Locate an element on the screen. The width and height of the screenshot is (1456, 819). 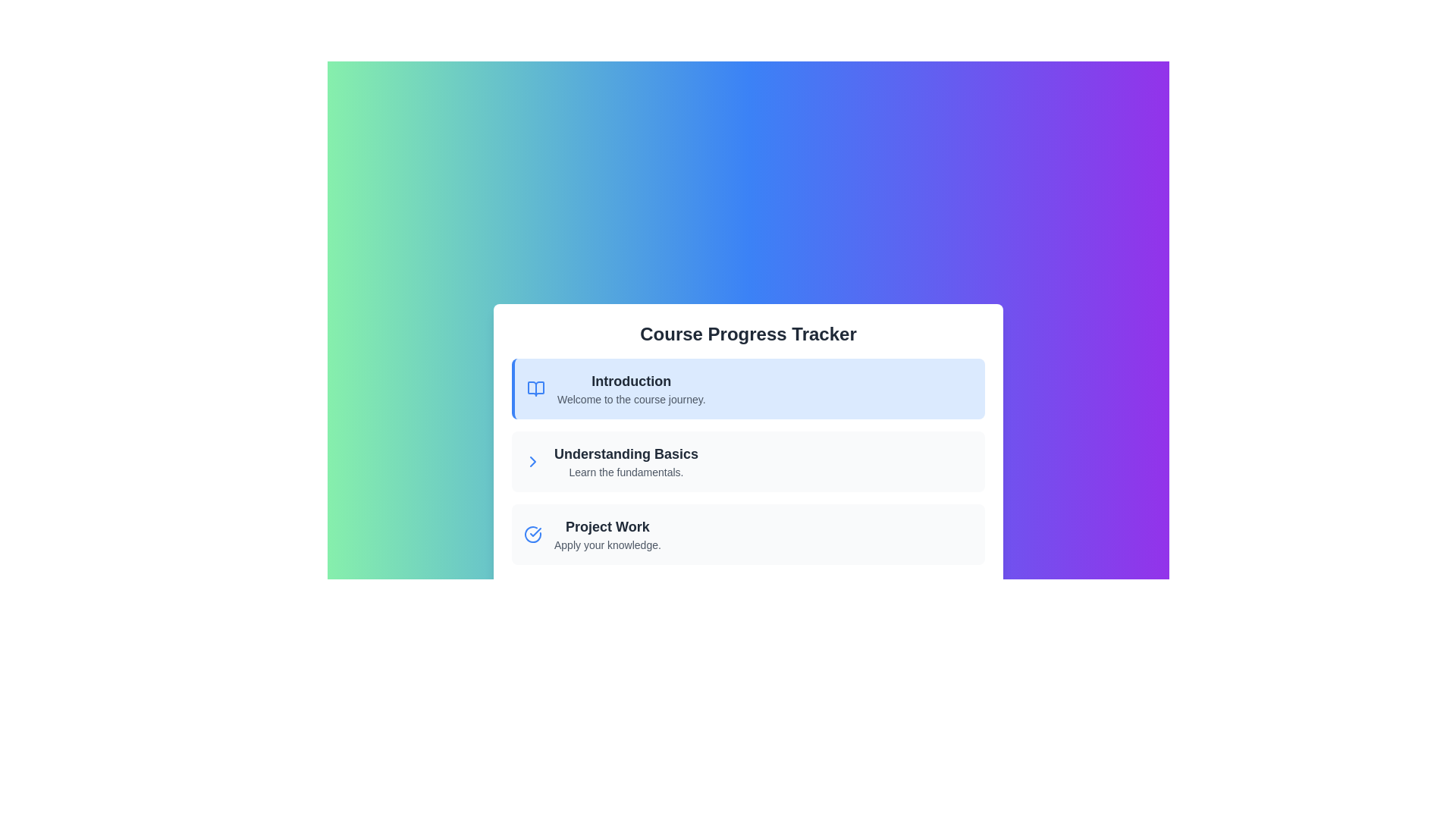
the Informational card titled 'Project Work' is located at coordinates (748, 534).